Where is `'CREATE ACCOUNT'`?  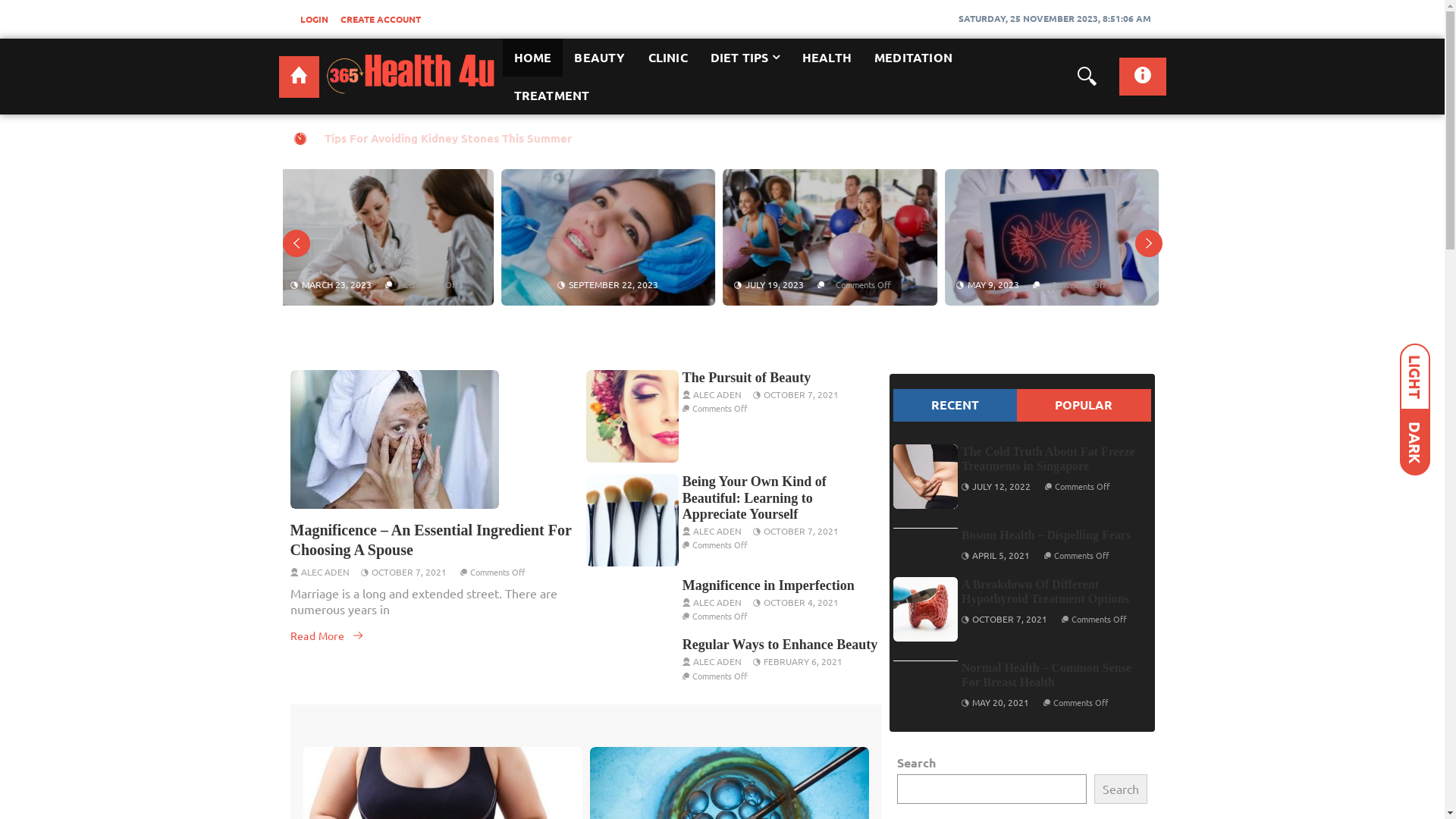 'CREATE ACCOUNT' is located at coordinates (379, 18).